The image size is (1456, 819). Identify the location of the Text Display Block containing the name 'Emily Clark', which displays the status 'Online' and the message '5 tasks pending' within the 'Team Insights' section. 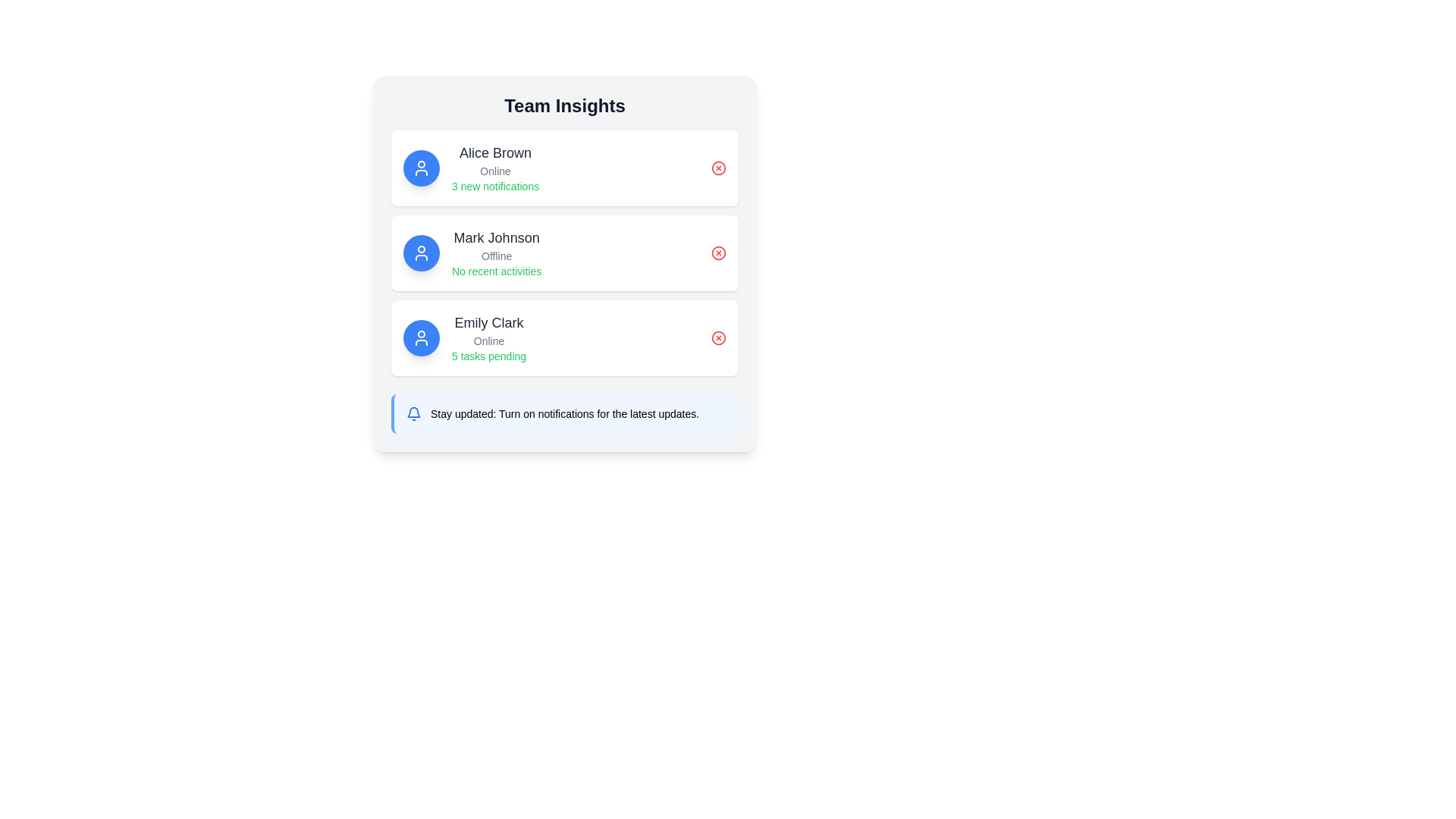
(489, 337).